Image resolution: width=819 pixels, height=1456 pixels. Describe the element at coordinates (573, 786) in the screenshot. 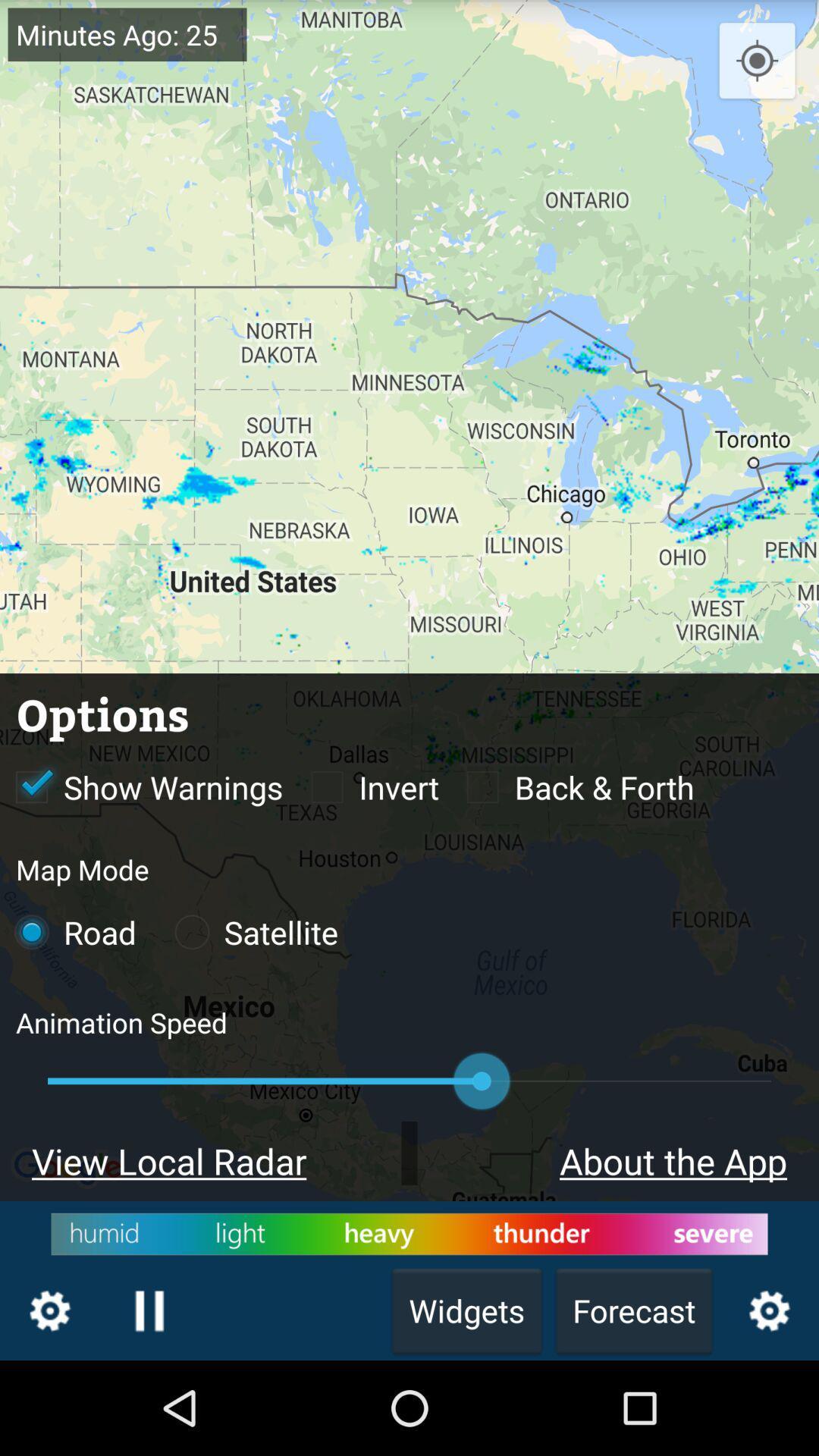

I see `back  forth` at that location.